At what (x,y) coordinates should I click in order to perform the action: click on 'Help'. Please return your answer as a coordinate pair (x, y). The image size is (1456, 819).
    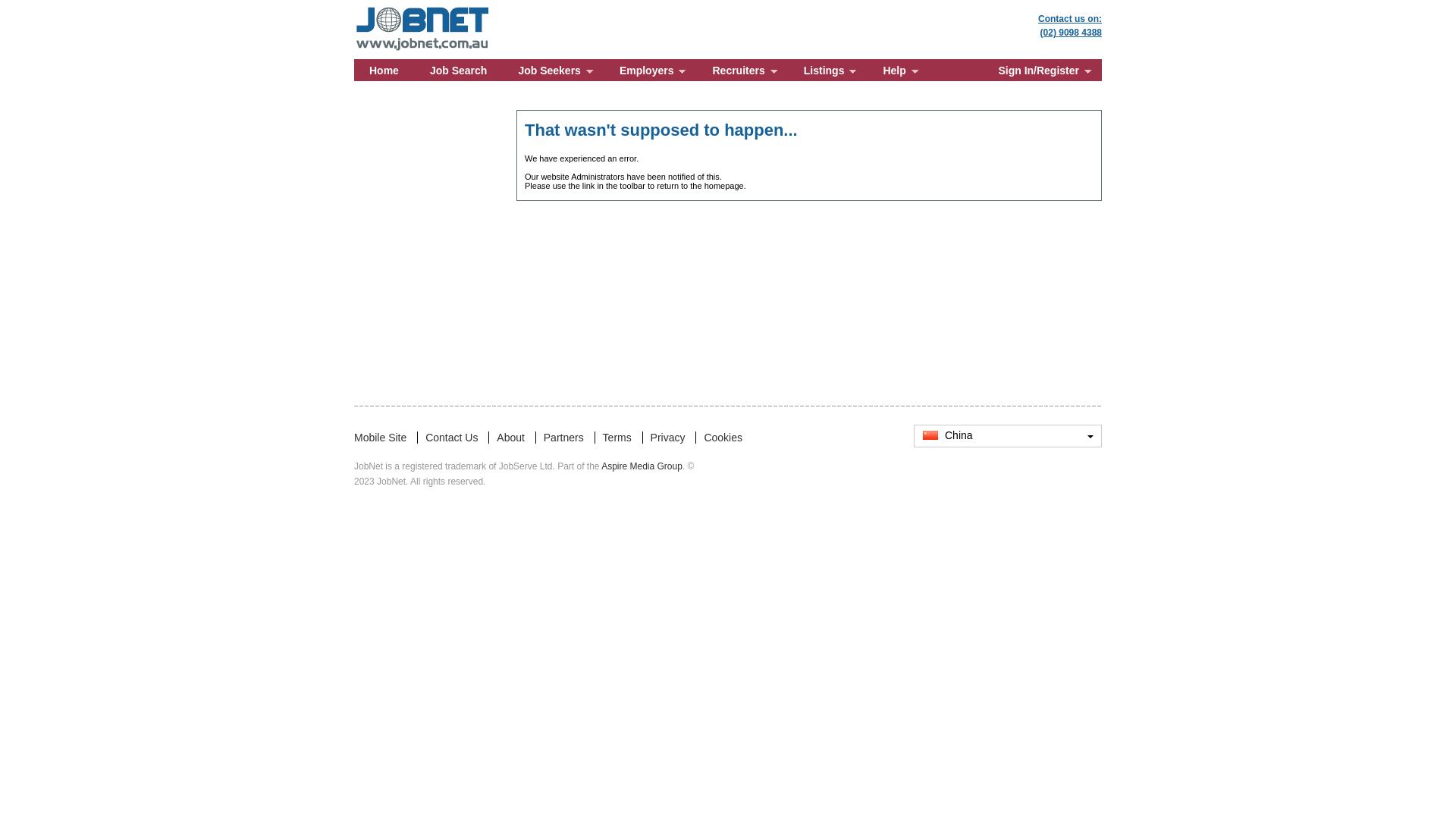
    Looking at the image, I should click on (867, 70).